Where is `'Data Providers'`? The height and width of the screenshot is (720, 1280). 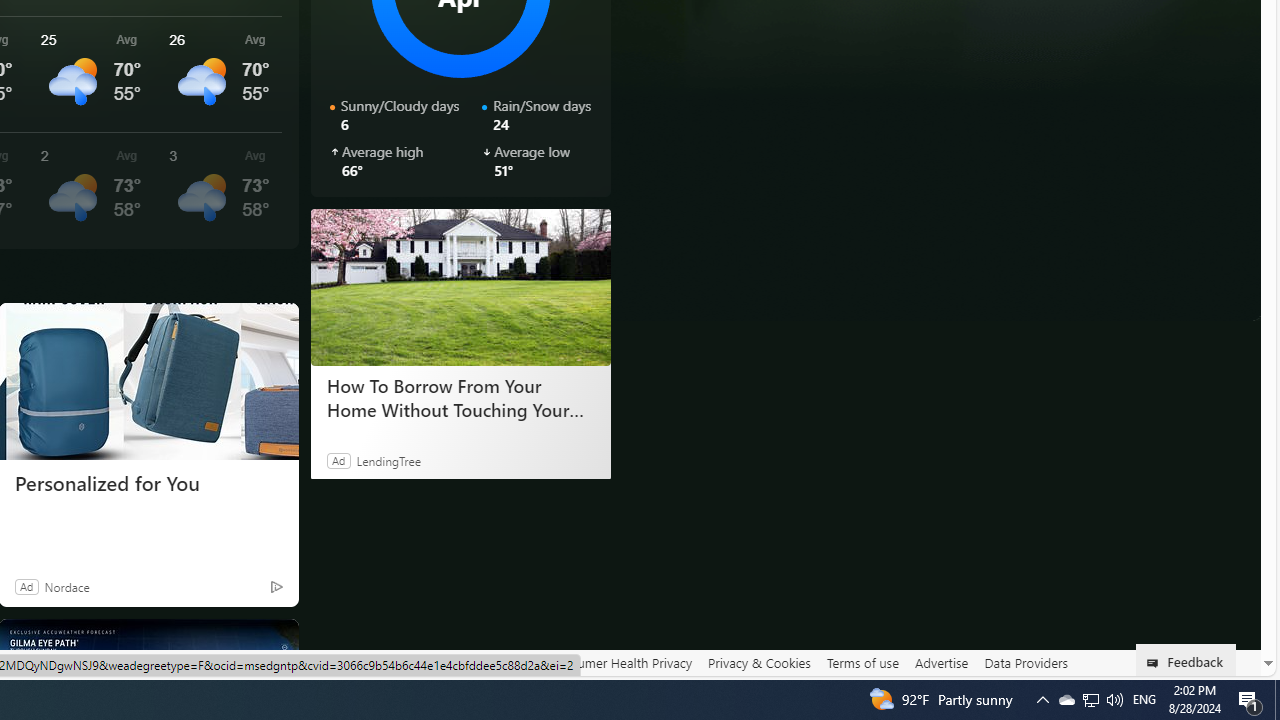
'Data Providers' is located at coordinates (1025, 662).